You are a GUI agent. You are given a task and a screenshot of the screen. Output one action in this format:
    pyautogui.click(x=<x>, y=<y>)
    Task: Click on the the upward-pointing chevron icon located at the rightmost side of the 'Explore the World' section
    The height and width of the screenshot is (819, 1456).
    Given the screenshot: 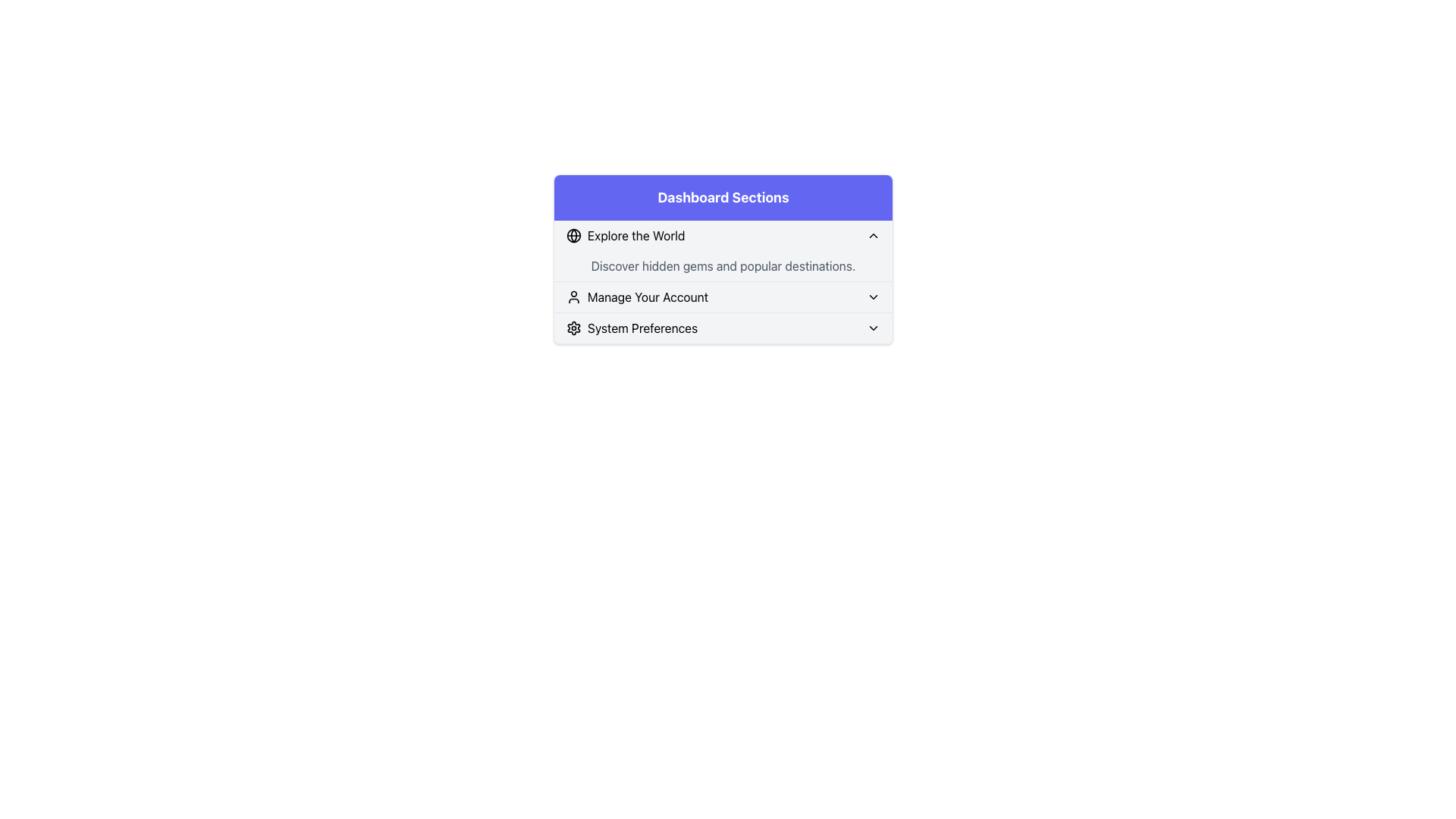 What is the action you would take?
    pyautogui.click(x=874, y=236)
    